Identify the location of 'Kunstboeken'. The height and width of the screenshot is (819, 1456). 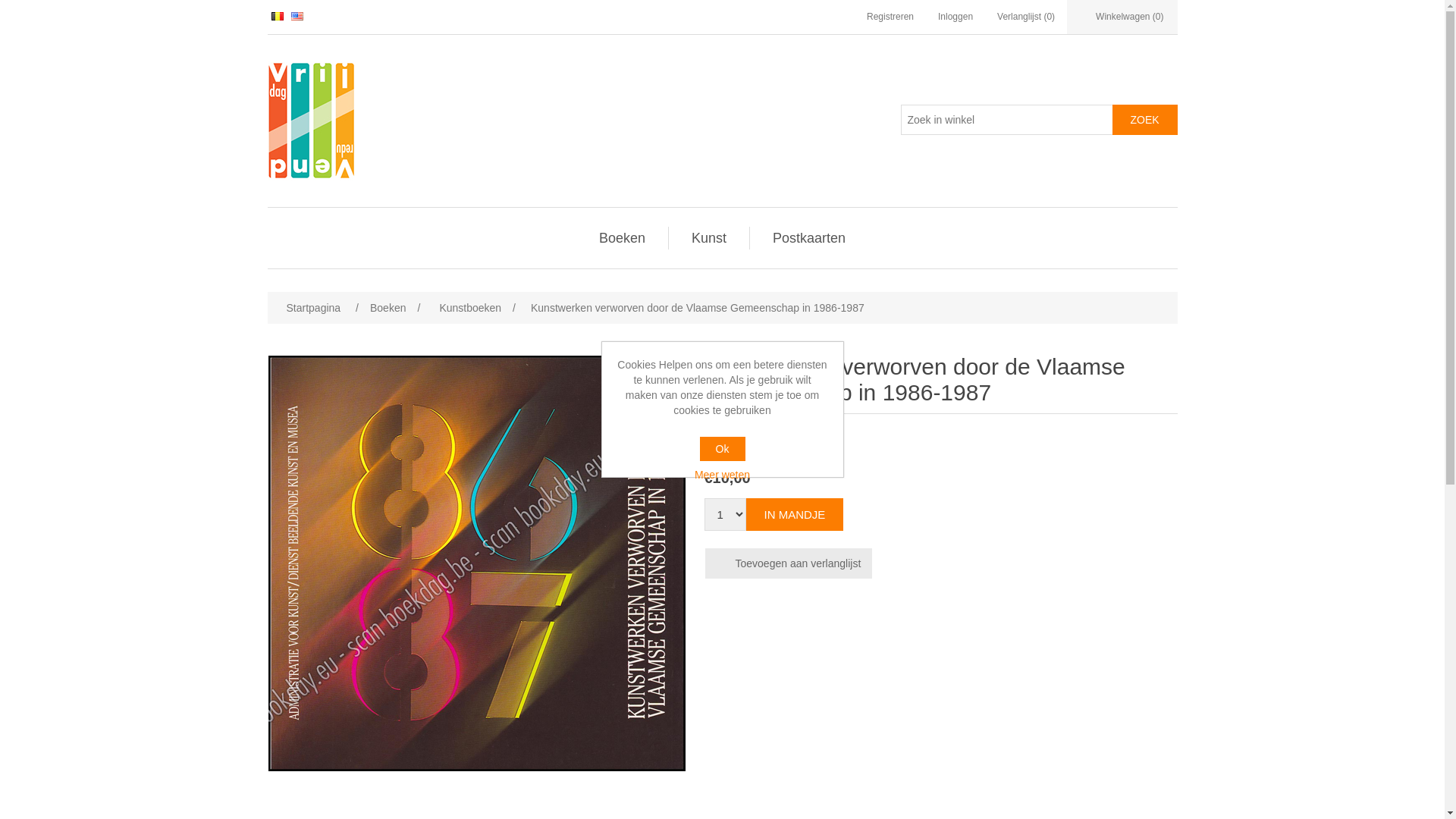
(435, 307).